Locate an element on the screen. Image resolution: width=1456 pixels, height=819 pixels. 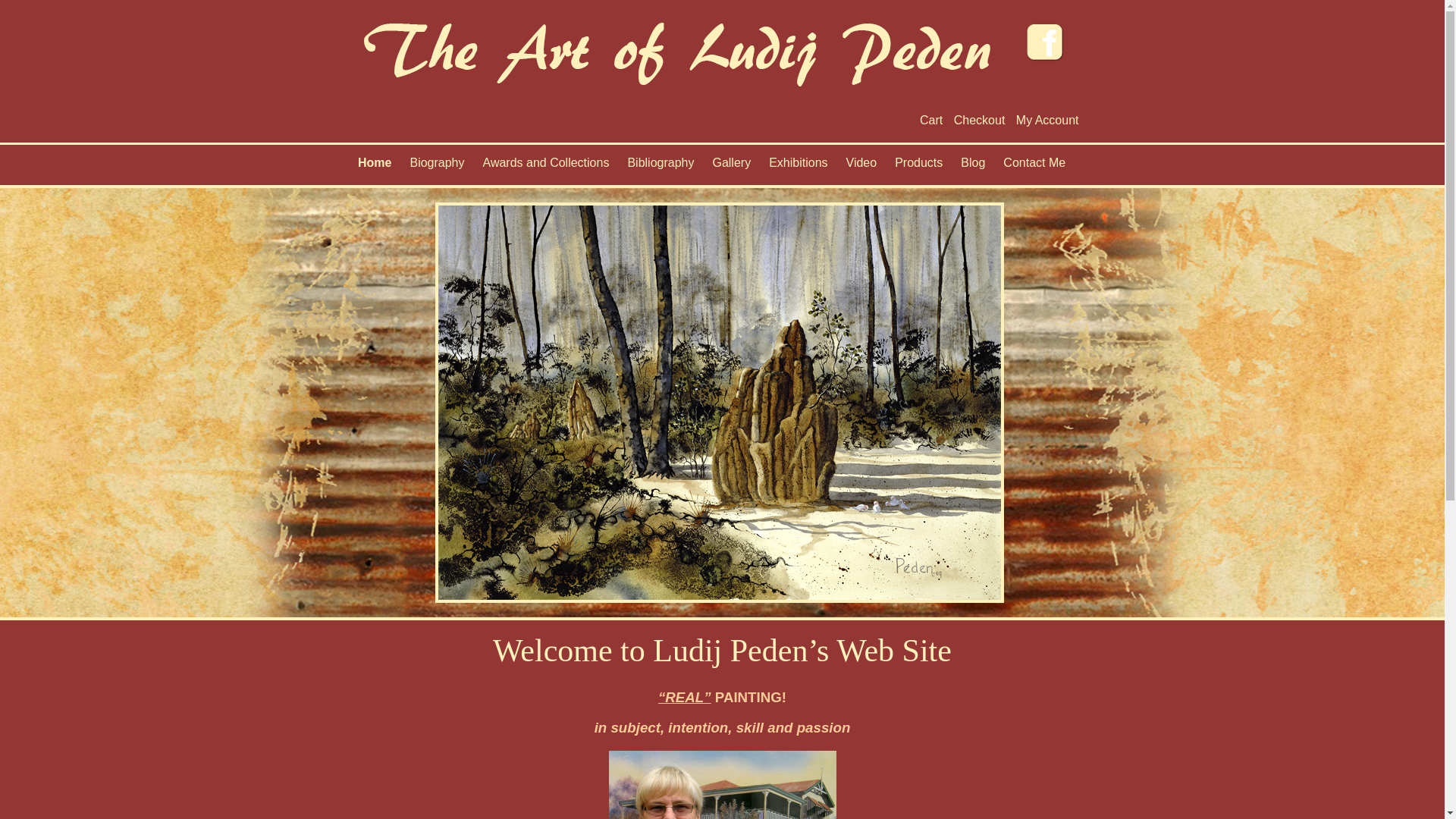
'Products' is located at coordinates (887, 166).